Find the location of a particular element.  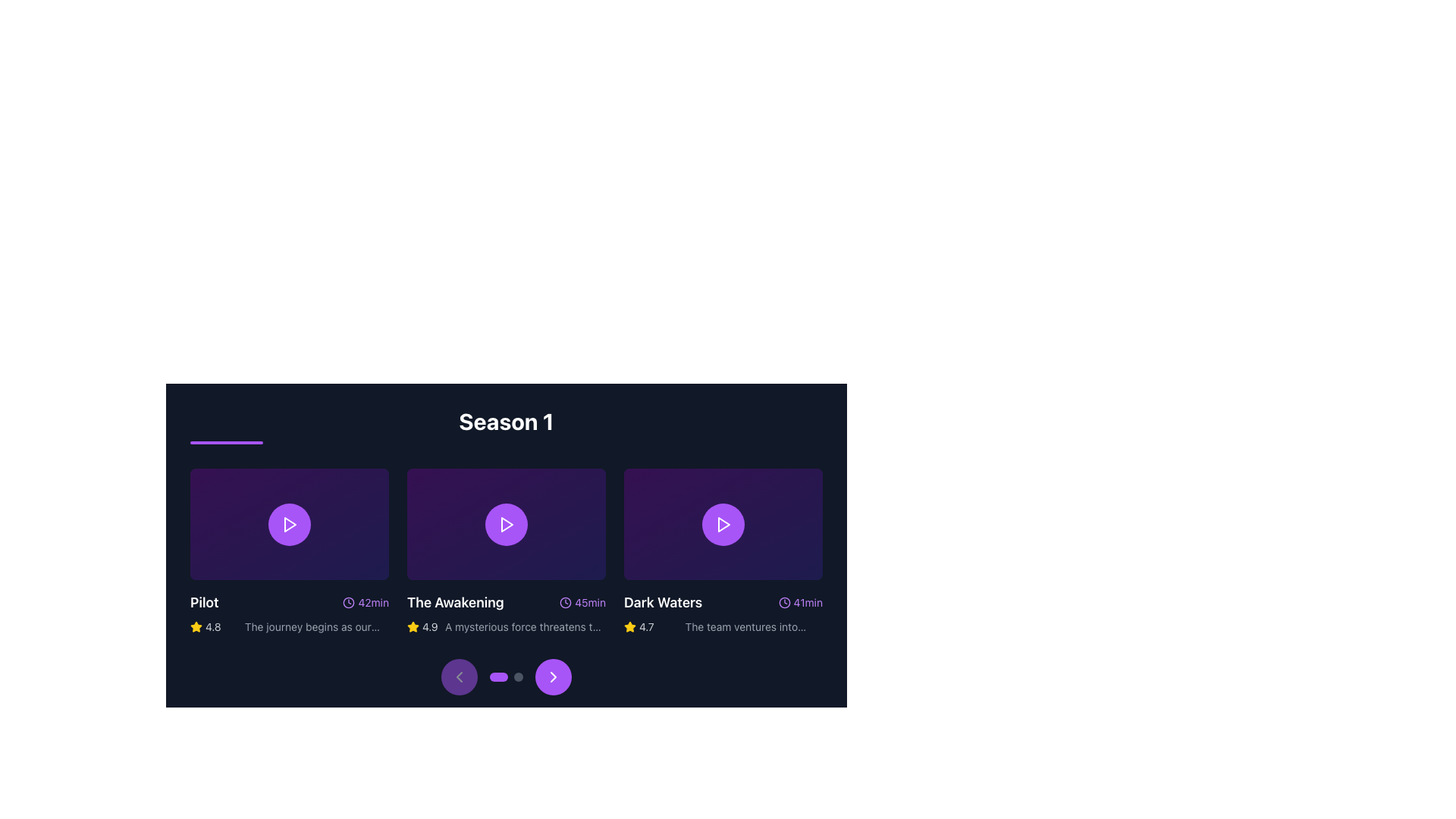

the left-pointing arrow icon inside the circular button in the navigation section below the 'Season 1' section title is located at coordinates (458, 676).